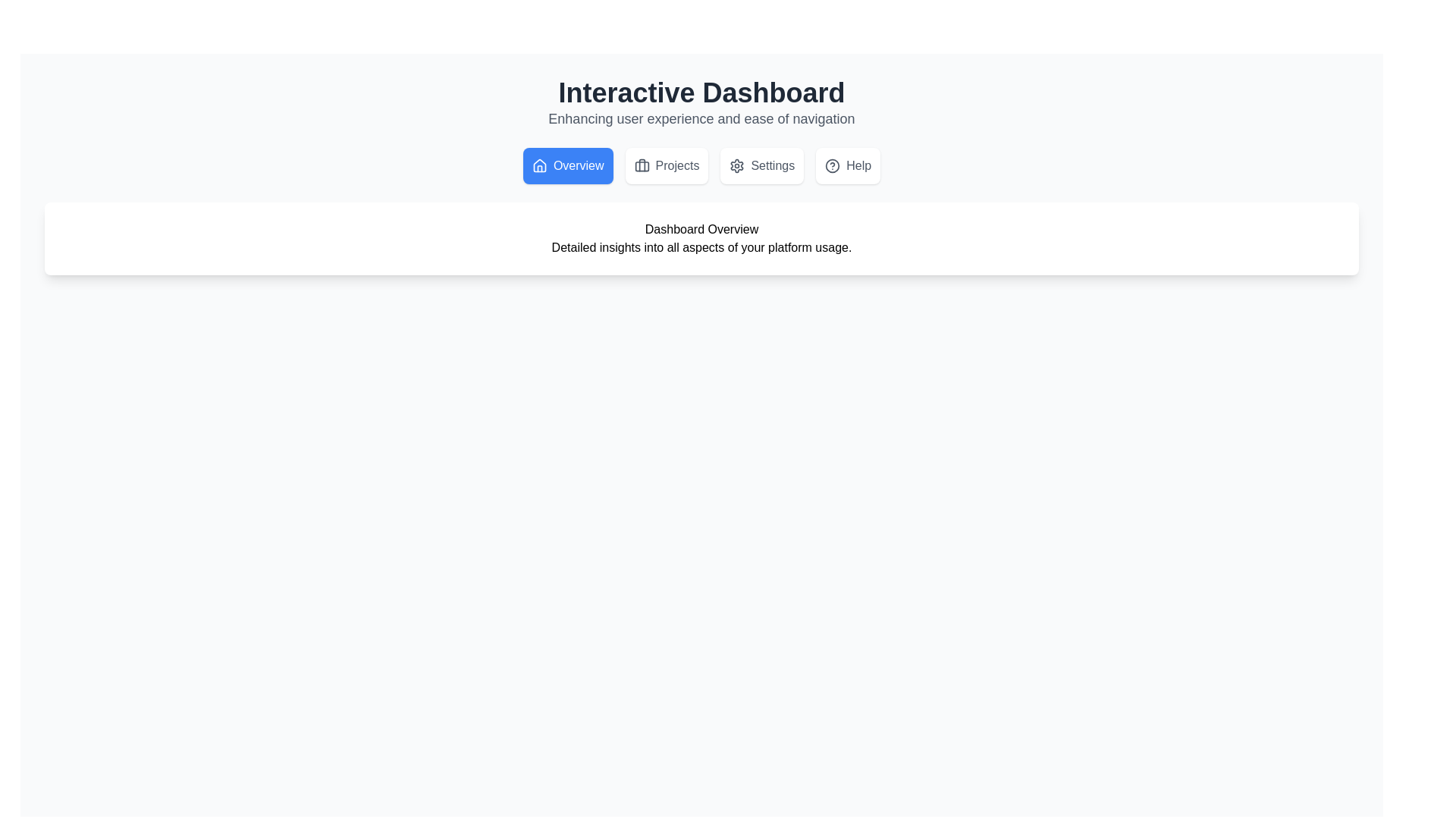 The height and width of the screenshot is (819, 1456). I want to click on the static text label providing descriptive information below the 'Dashboard Overview' heading, so click(701, 247).